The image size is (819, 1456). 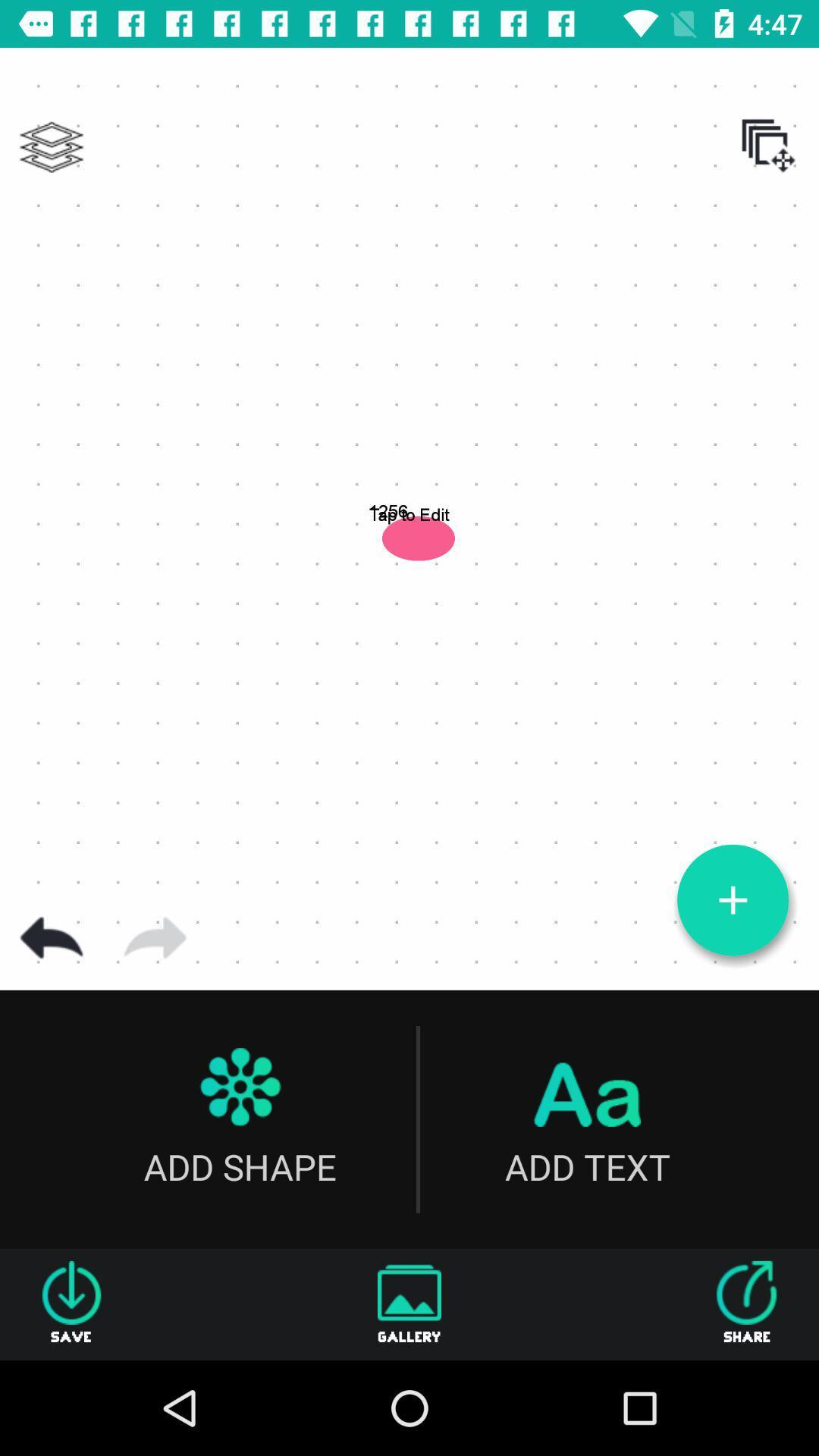 What do you see at coordinates (155, 937) in the screenshot?
I see `re-doo action/line` at bounding box center [155, 937].